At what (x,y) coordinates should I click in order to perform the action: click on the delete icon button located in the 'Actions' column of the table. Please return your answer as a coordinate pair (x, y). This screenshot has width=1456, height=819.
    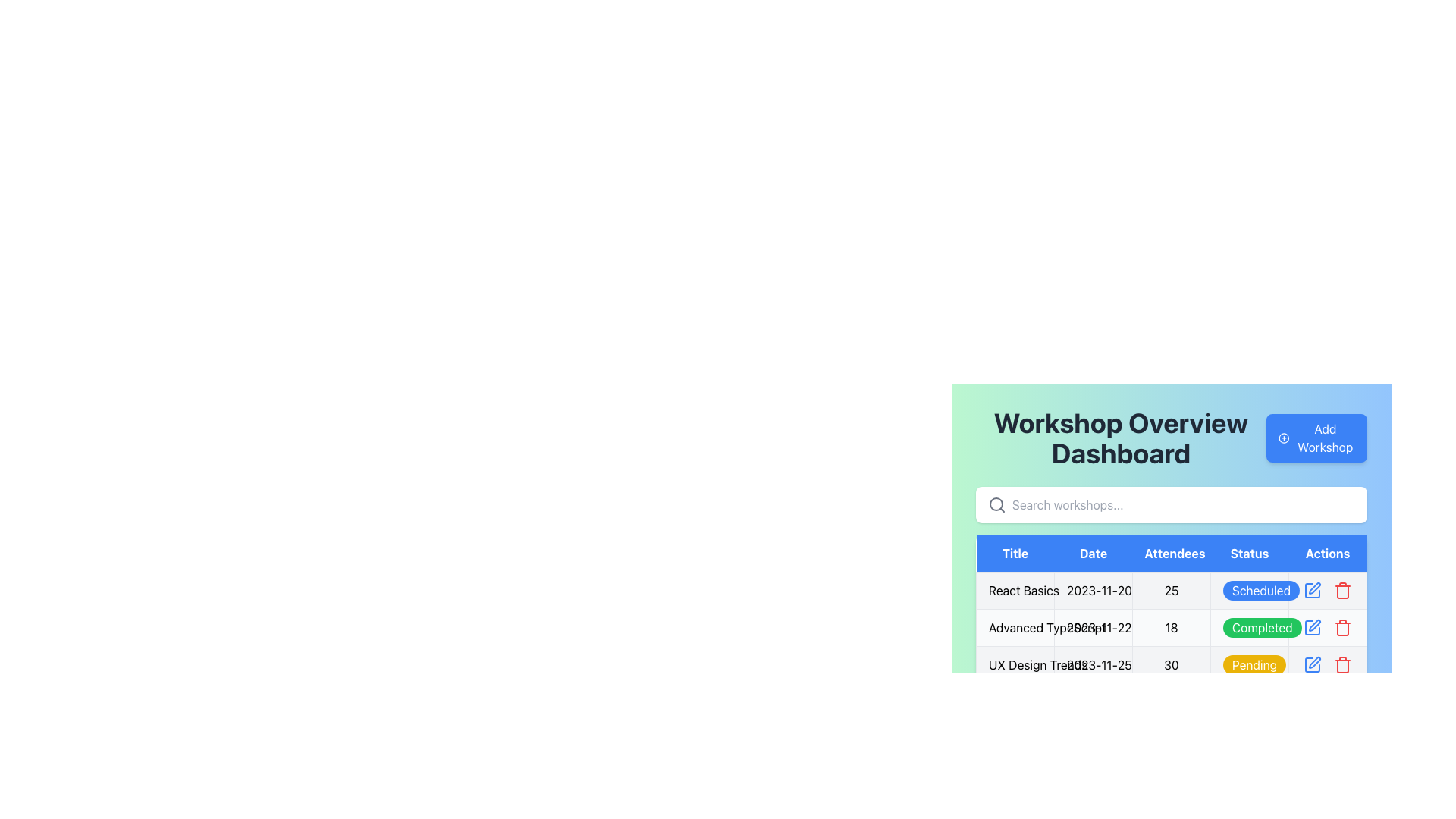
    Looking at the image, I should click on (1343, 628).